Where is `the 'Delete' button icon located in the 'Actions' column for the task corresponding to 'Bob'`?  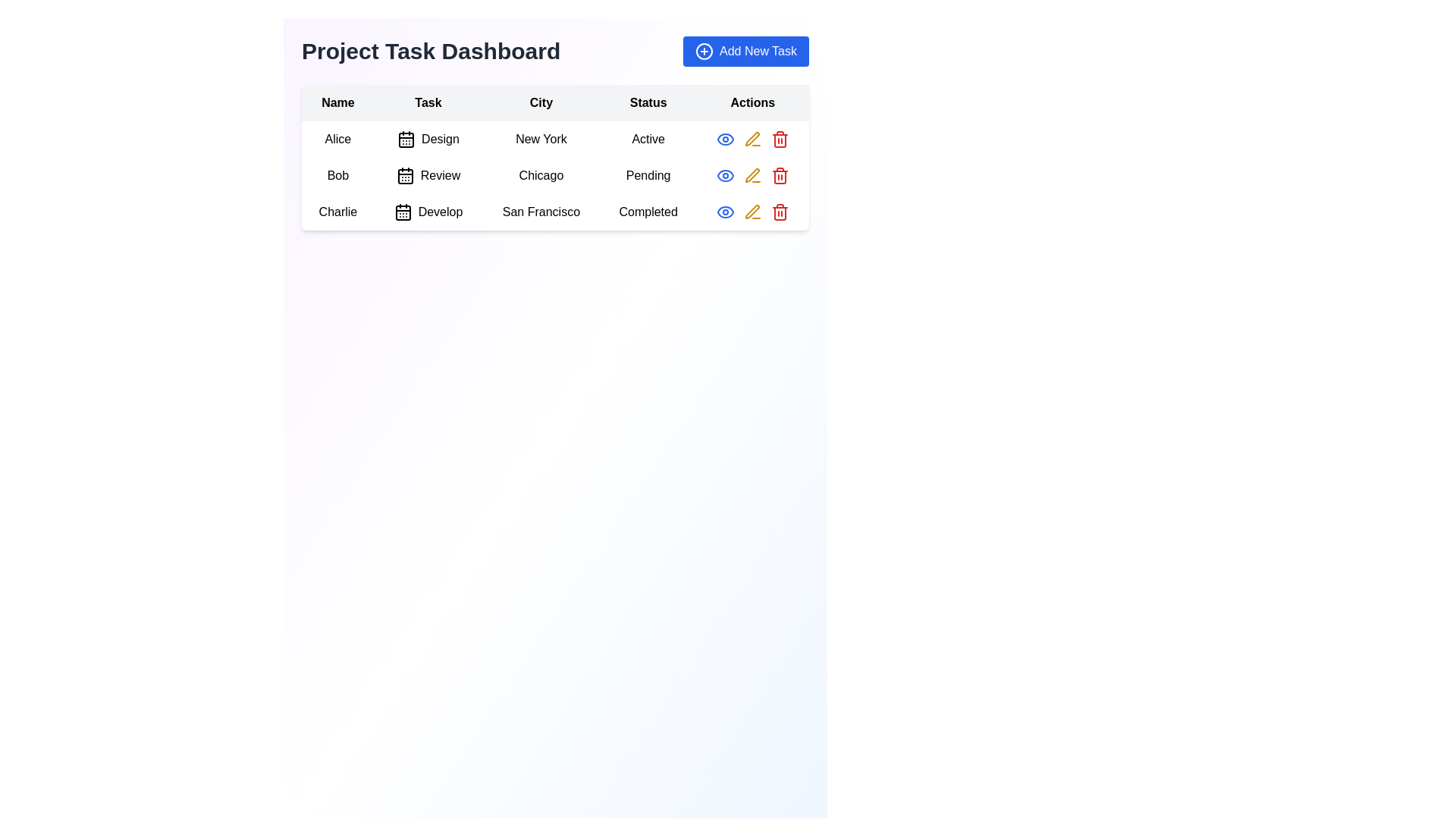 the 'Delete' button icon located in the 'Actions' column for the task corresponding to 'Bob' is located at coordinates (780, 140).